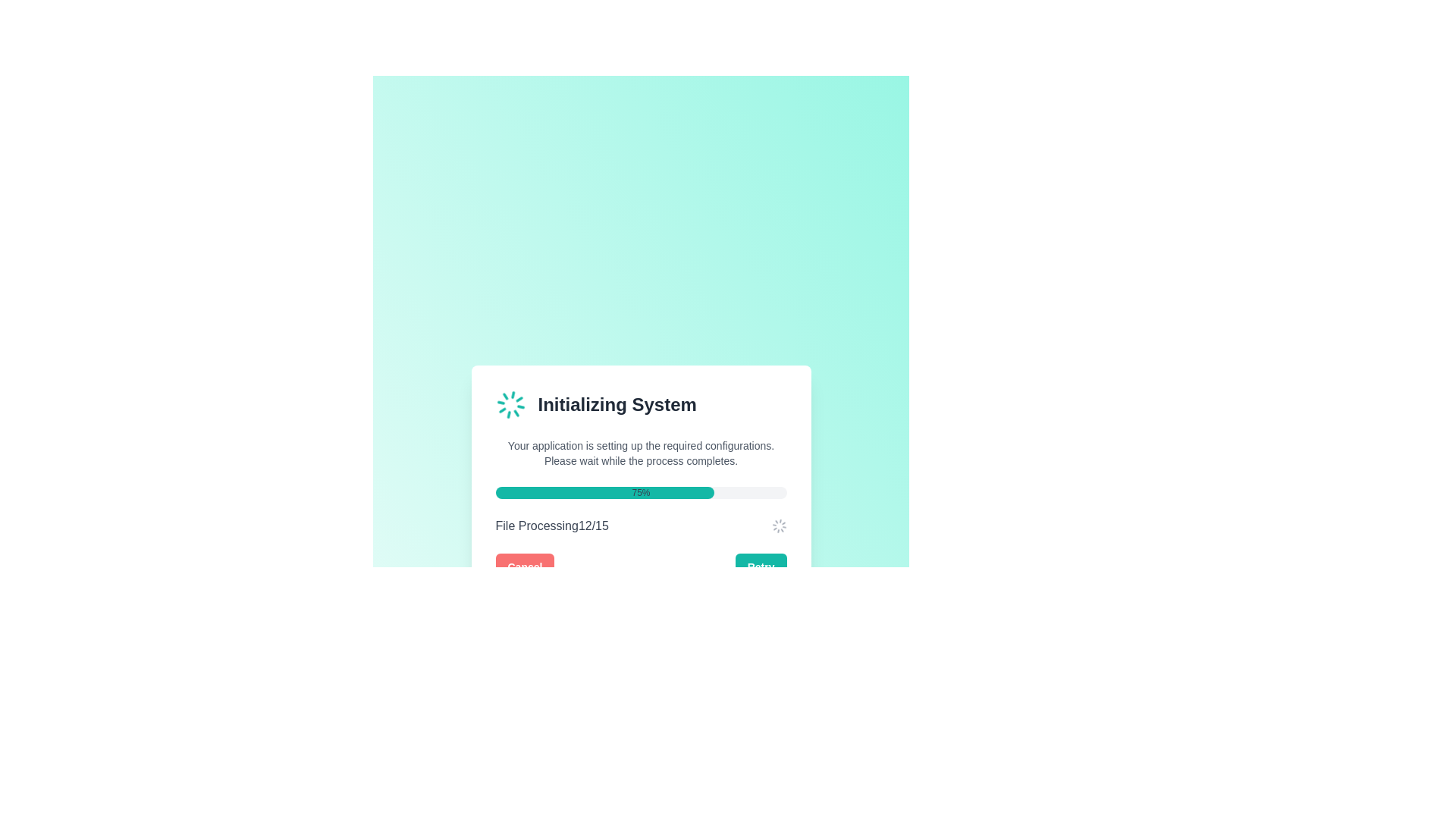  Describe the element at coordinates (525, 567) in the screenshot. I see `the cancel button located at the bottom-left of the dialog box to observe any hover effects` at that location.